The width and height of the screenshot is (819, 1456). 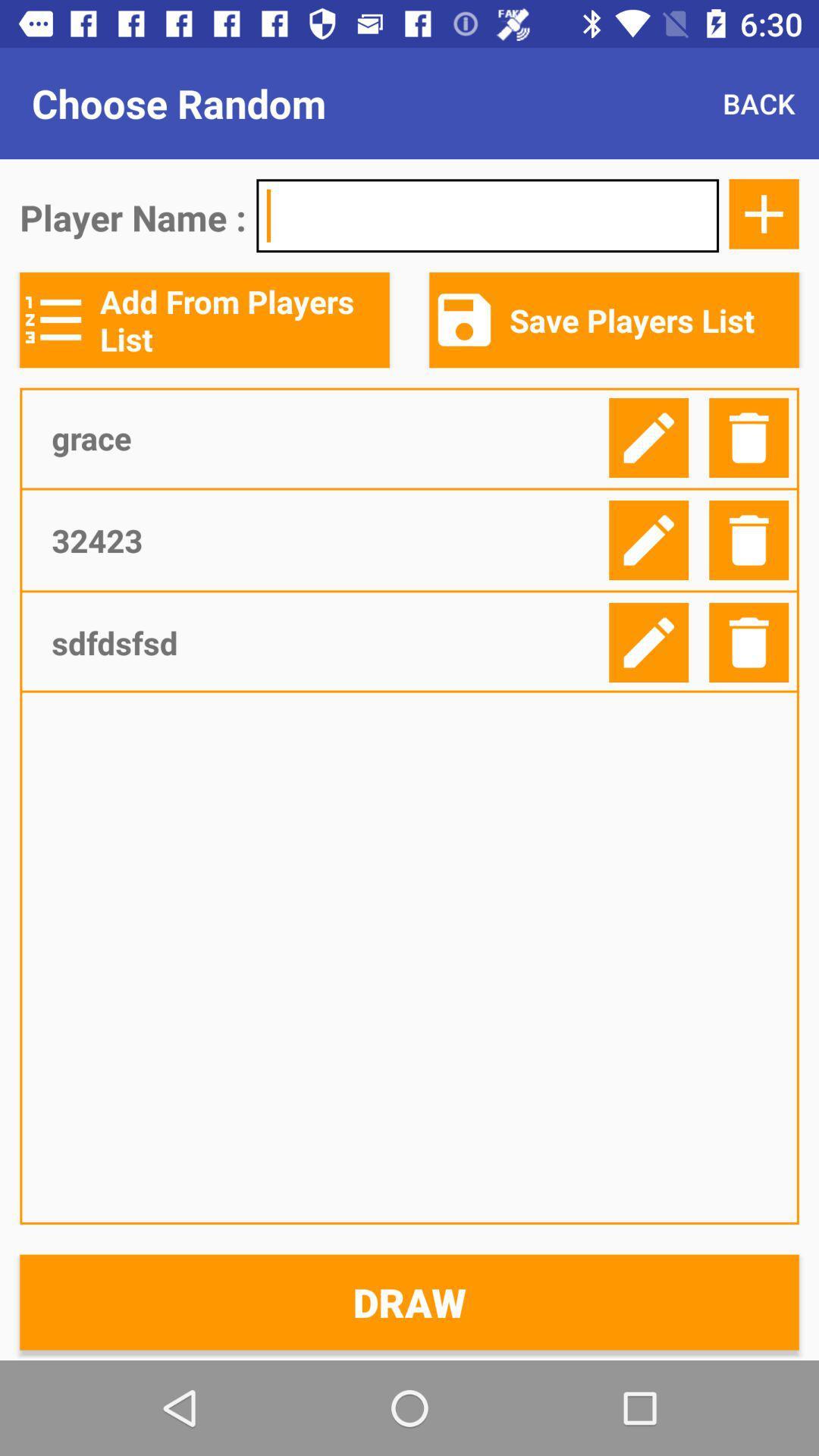 What do you see at coordinates (764, 213) in the screenshot?
I see `item above the save players list item` at bounding box center [764, 213].